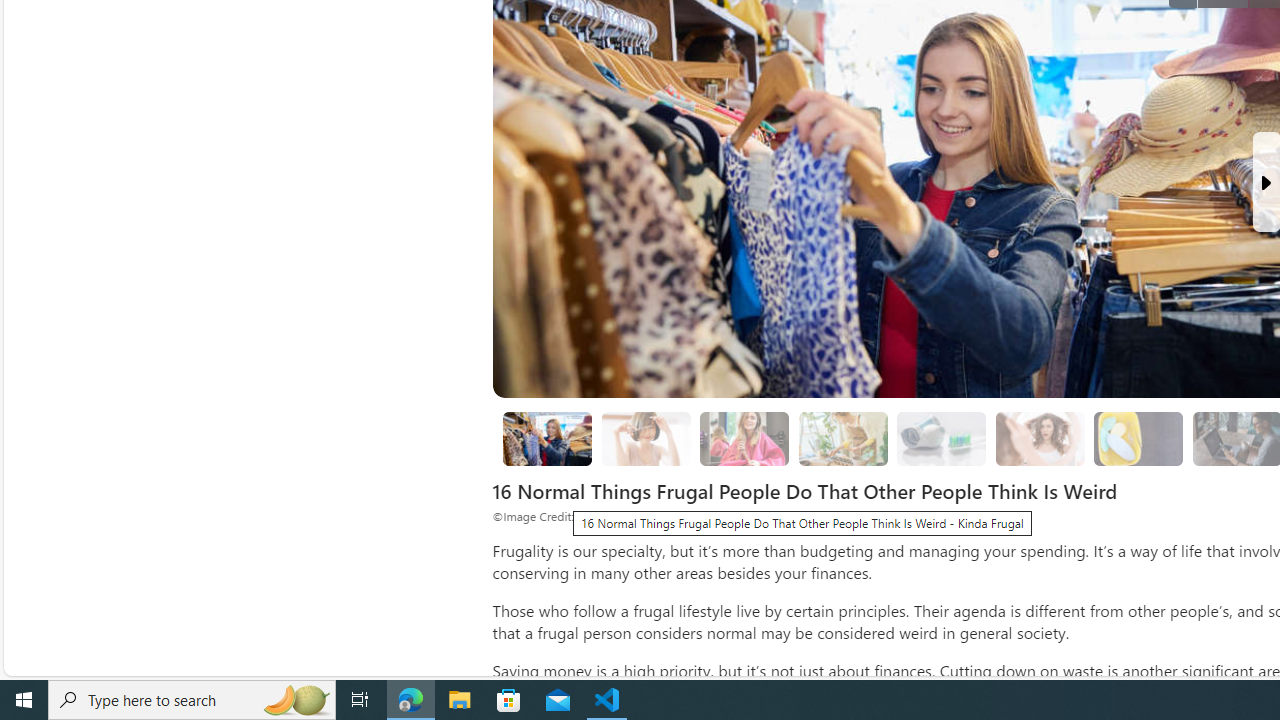  I want to click on '8. Thrift Shopping', so click(547, 438).